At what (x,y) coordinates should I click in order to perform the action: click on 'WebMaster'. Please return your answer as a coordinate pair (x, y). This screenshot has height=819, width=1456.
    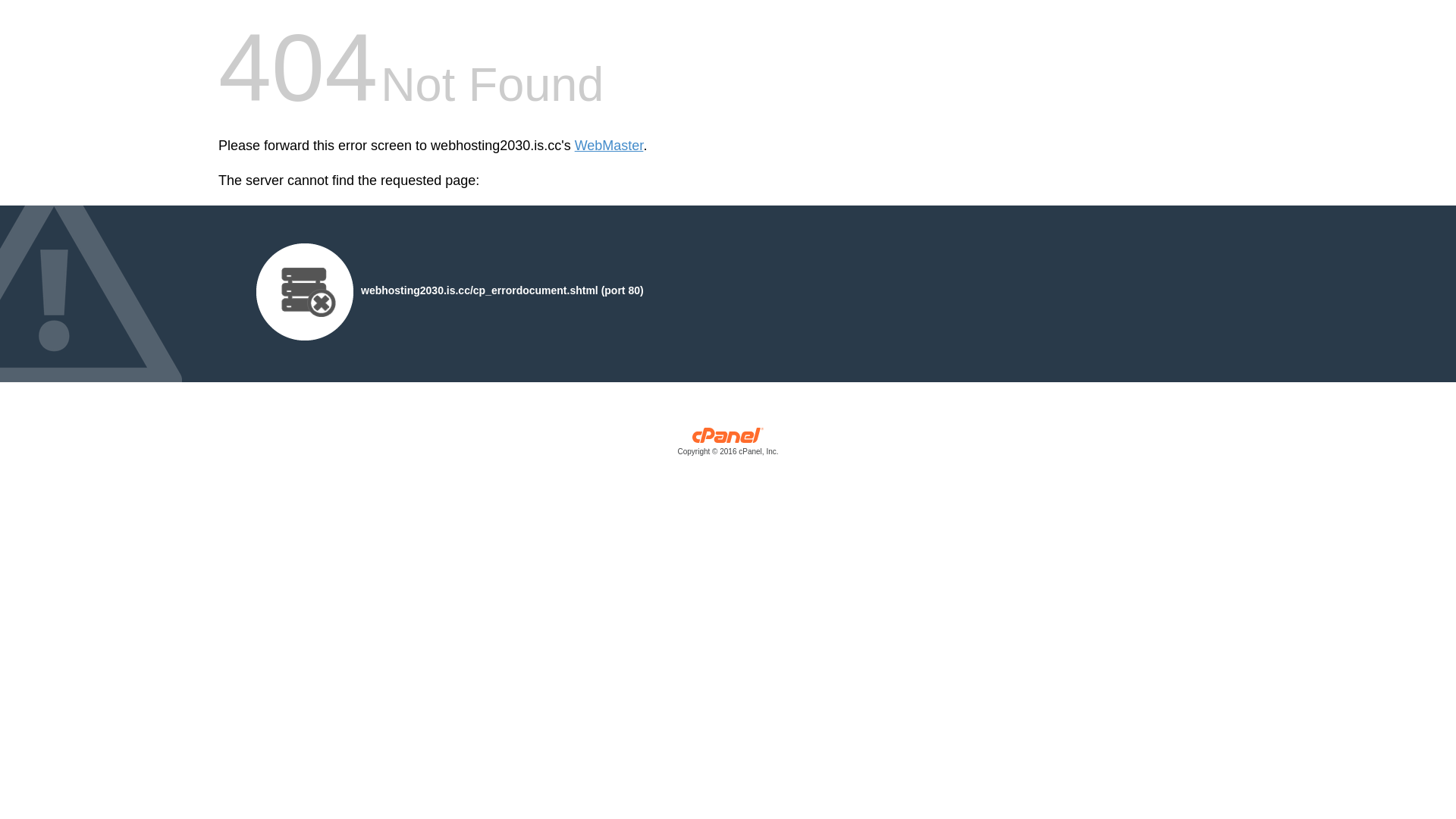
    Looking at the image, I should click on (574, 146).